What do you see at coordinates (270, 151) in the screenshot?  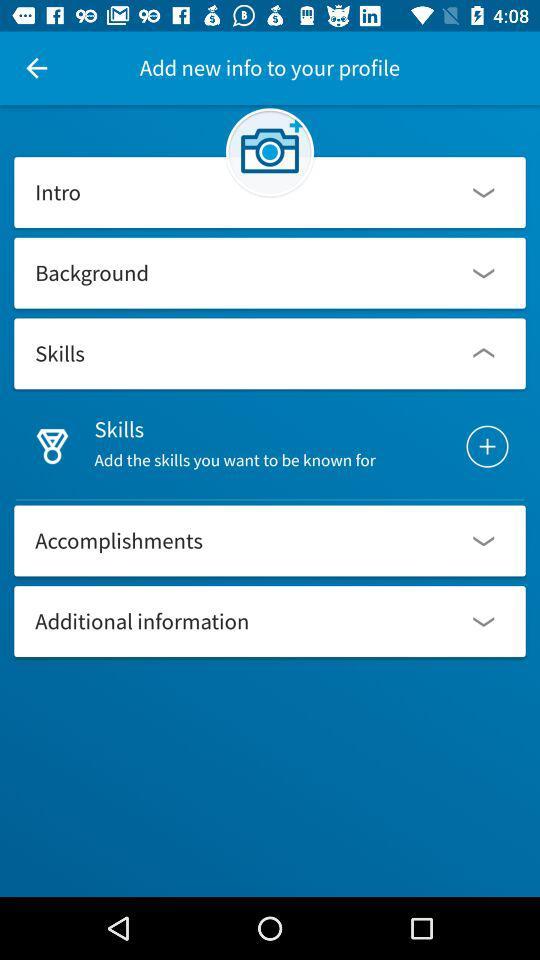 I see `camera icon below add new info to your profile` at bounding box center [270, 151].